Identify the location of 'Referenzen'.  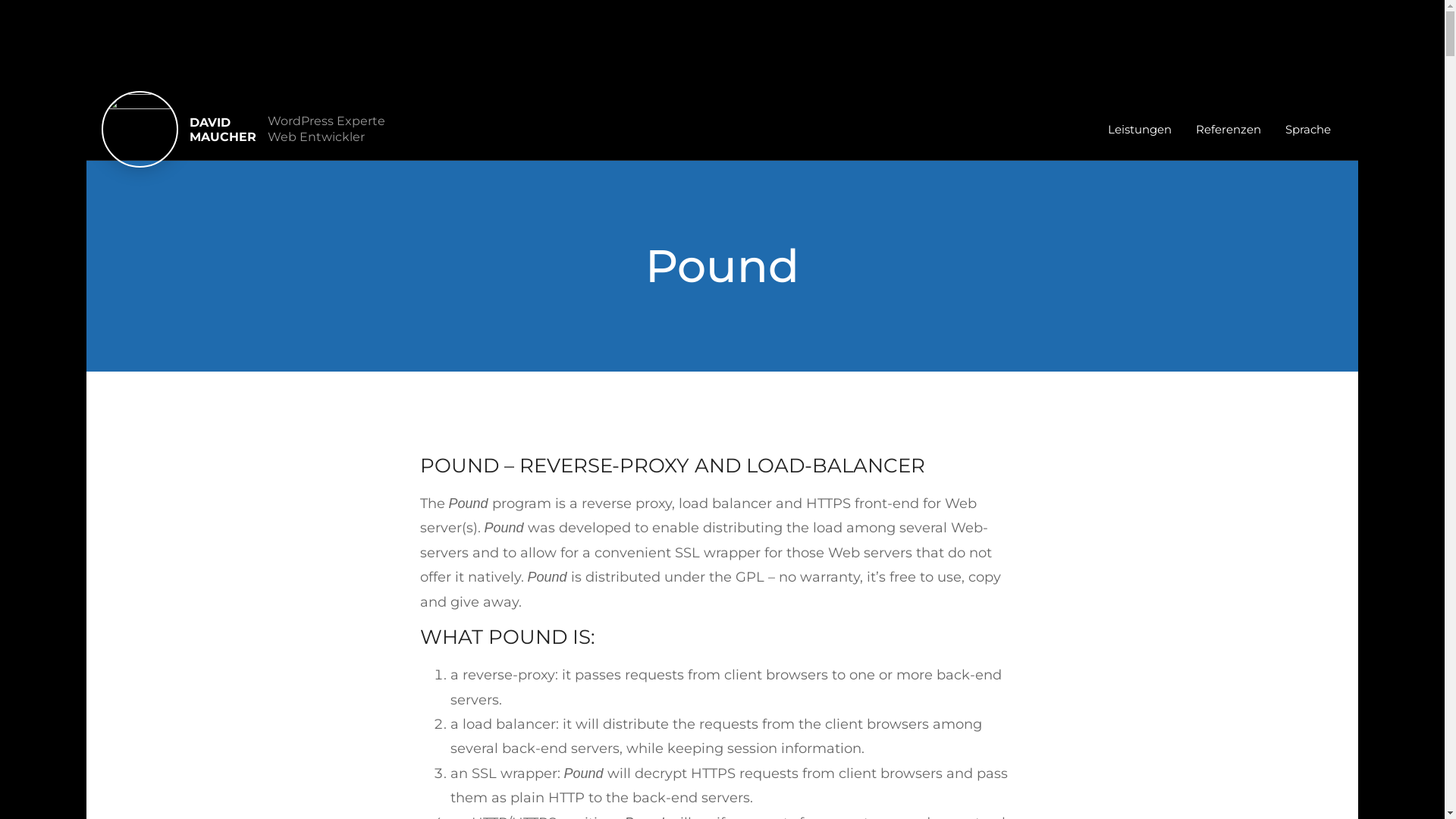
(1228, 128).